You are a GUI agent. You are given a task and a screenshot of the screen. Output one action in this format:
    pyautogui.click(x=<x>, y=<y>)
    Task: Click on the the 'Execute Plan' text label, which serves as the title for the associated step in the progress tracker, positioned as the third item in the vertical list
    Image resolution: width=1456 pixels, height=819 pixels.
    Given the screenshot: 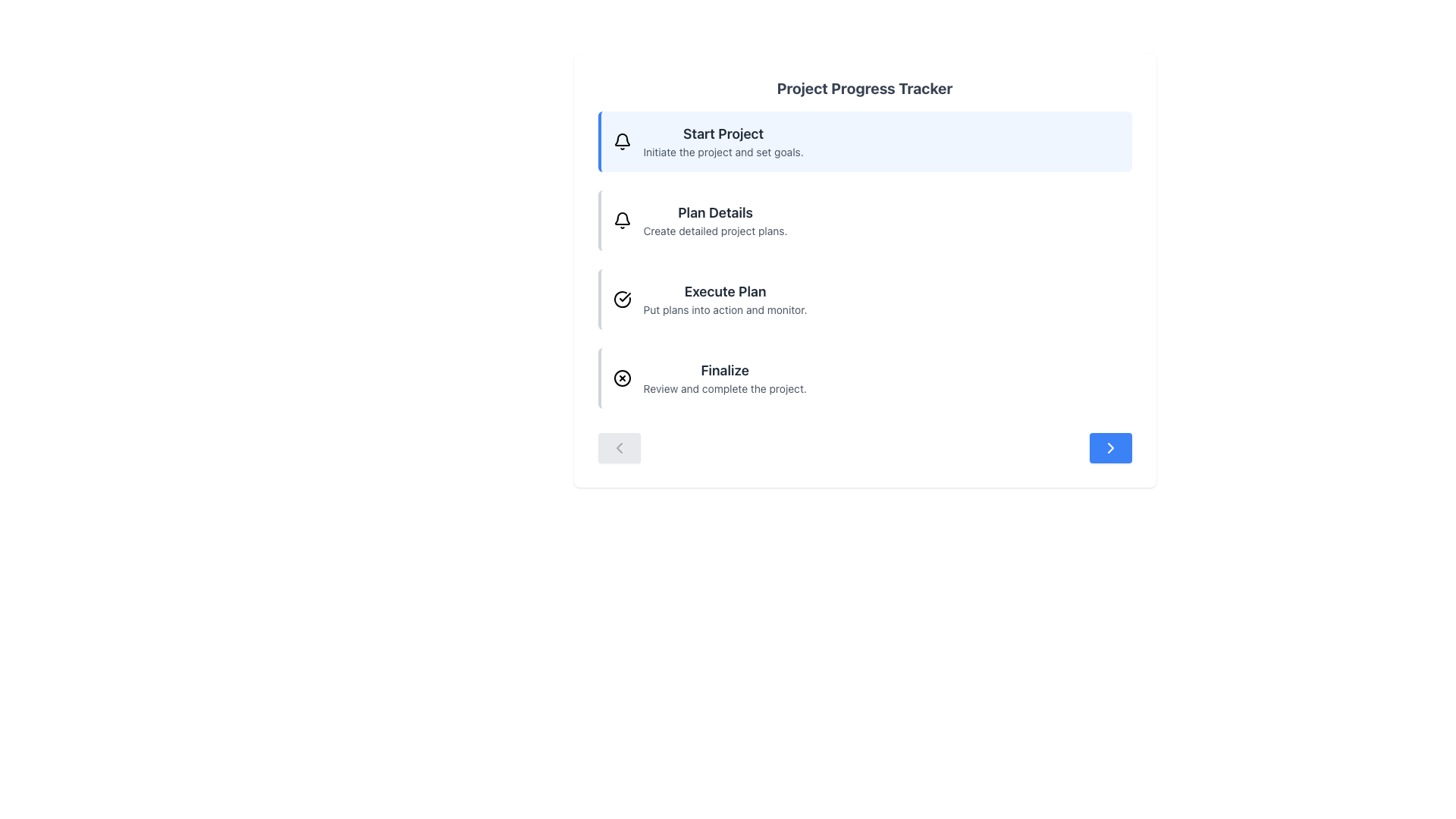 What is the action you would take?
    pyautogui.click(x=724, y=292)
    